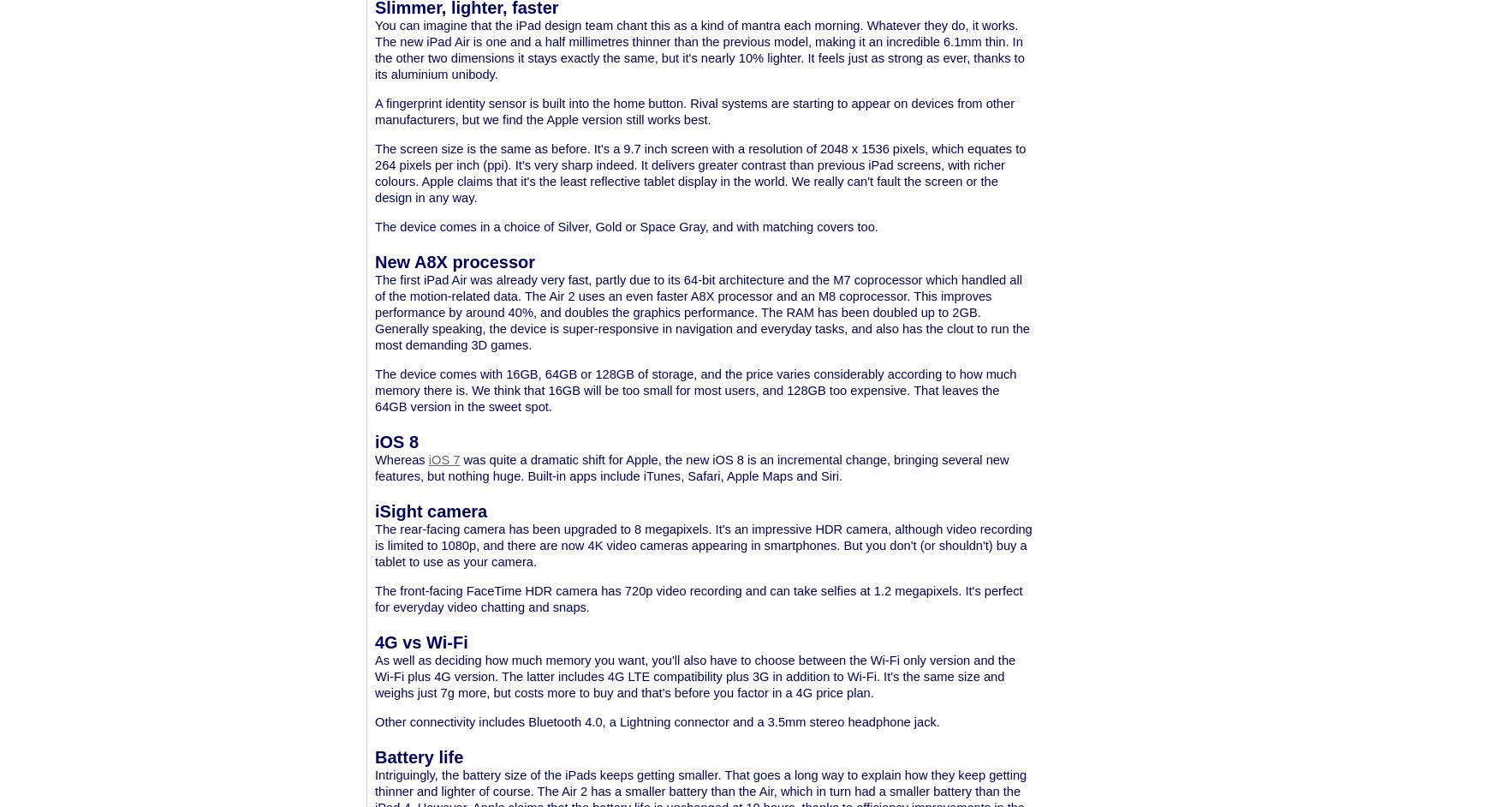 The height and width of the screenshot is (807, 1512). What do you see at coordinates (396, 440) in the screenshot?
I see `'iOS 8'` at bounding box center [396, 440].